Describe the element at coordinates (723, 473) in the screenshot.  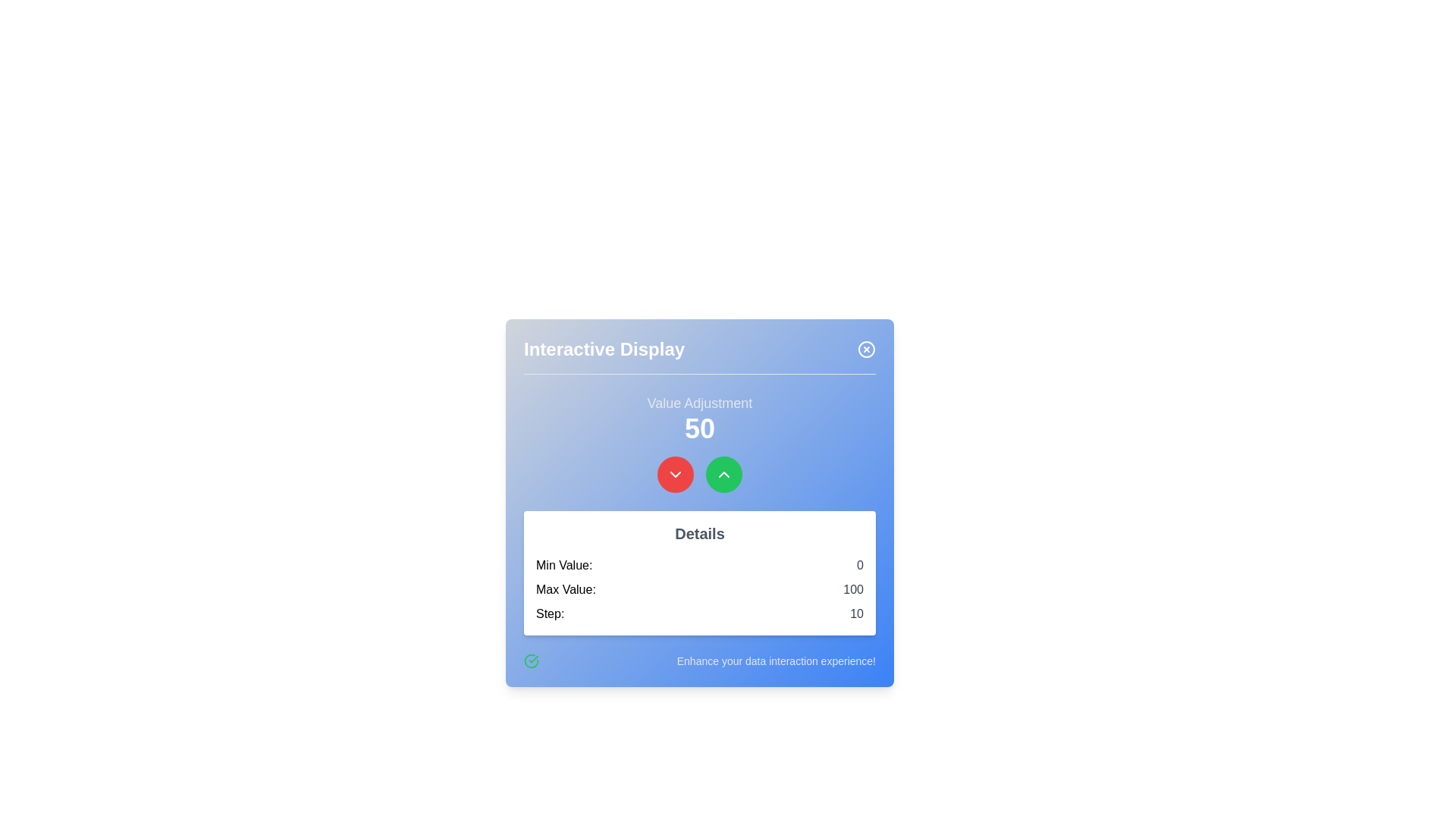
I see `the green circular Icon button featuring an upward chevron arrow` at that location.